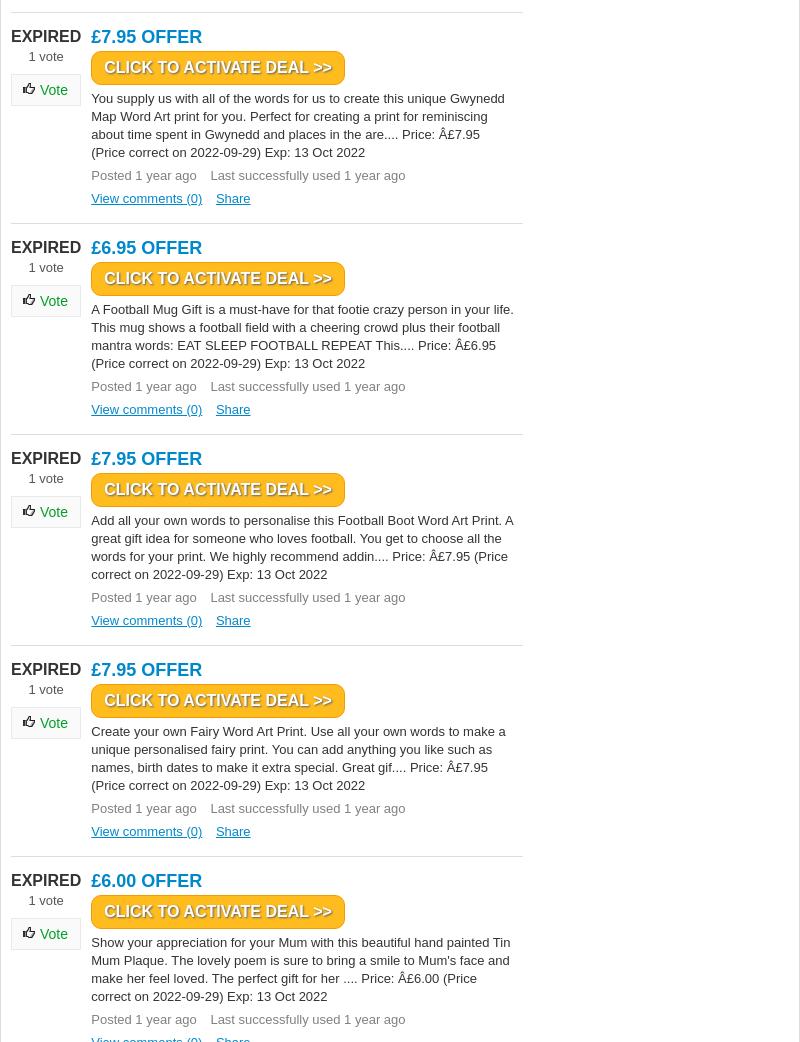 Image resolution: width=800 pixels, height=1042 pixels. What do you see at coordinates (298, 757) in the screenshot?
I see `'Create your own Fairy Word Art Print. Use all your own words to make a unique personalised fairy print. You can add anything you like such as names, birth dates to make it extra special. Great gif.... Price: Â£7.95 (Price correct on 2022-09-29) Exp: 13 Oct 2022'` at bounding box center [298, 757].